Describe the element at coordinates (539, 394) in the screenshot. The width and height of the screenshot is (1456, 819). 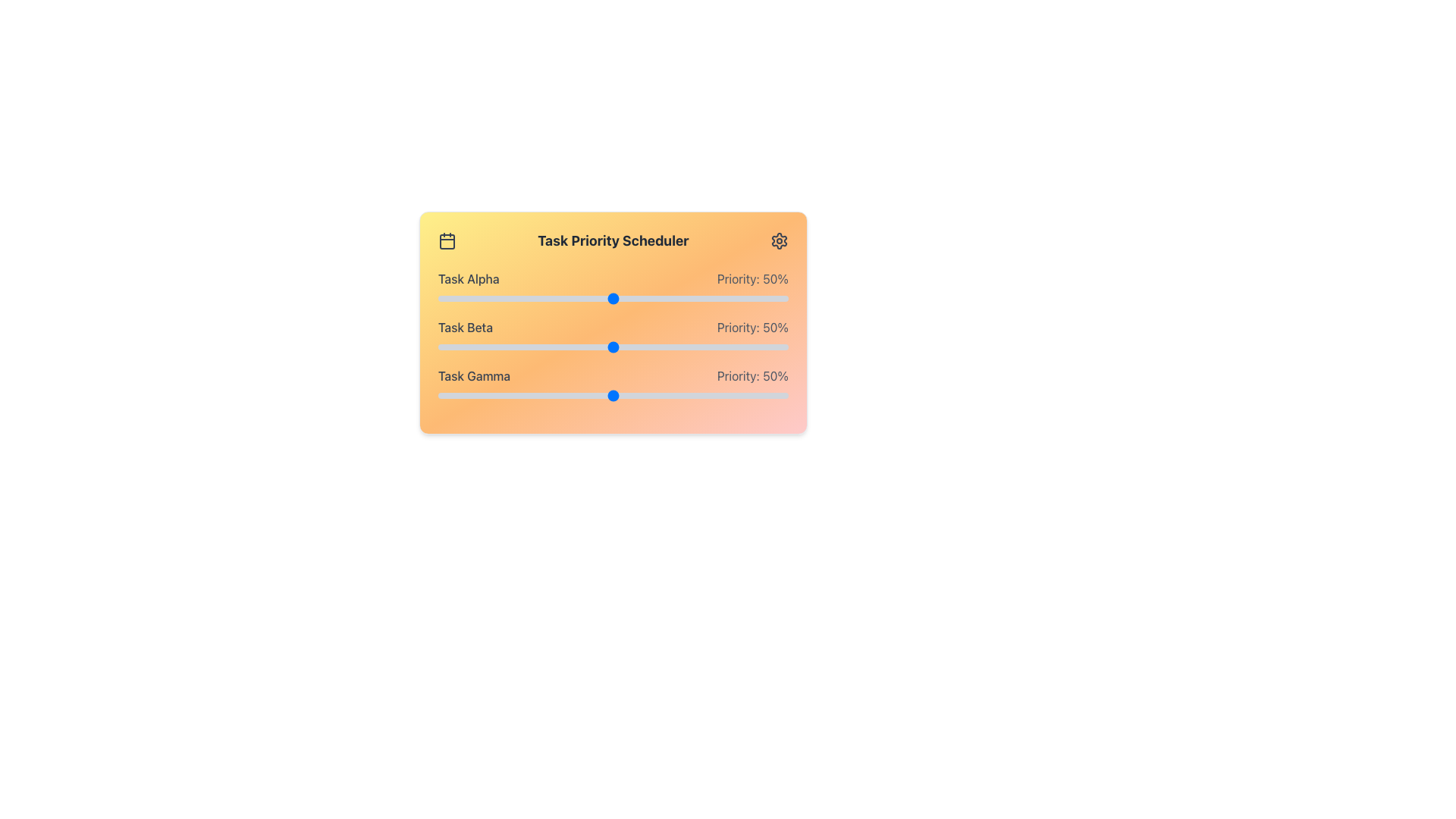
I see `task priority` at that location.